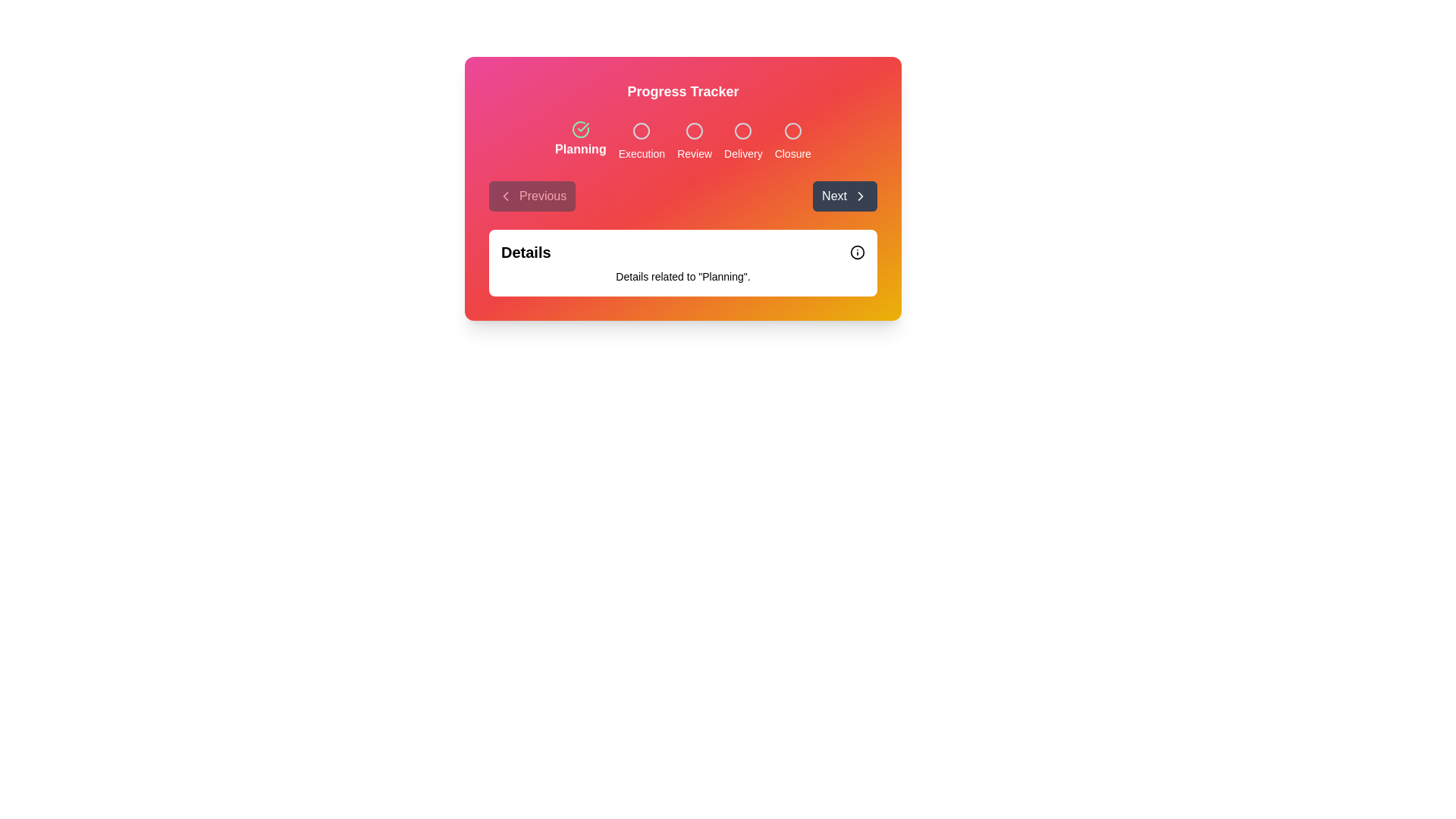 The width and height of the screenshot is (1456, 819). I want to click on the right-facing chevron arrow icon styled in a white stroke on a dark 'Next' button located towards the right of the central UI section, so click(860, 195).